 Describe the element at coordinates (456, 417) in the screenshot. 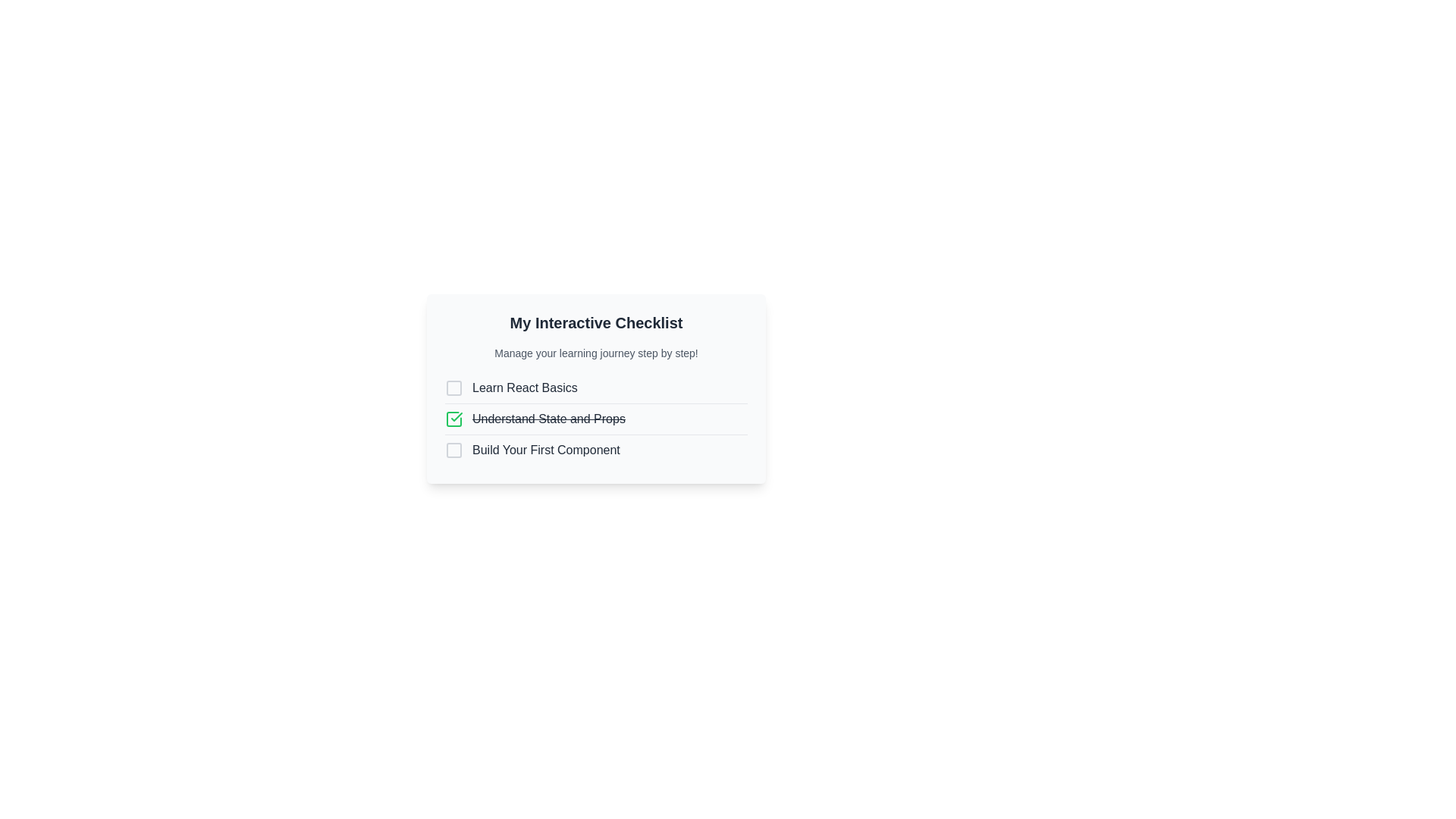

I see `the green checkmark icon within a square box that indicates the completion of the task 'Understand State and Props' in the checklist` at that location.